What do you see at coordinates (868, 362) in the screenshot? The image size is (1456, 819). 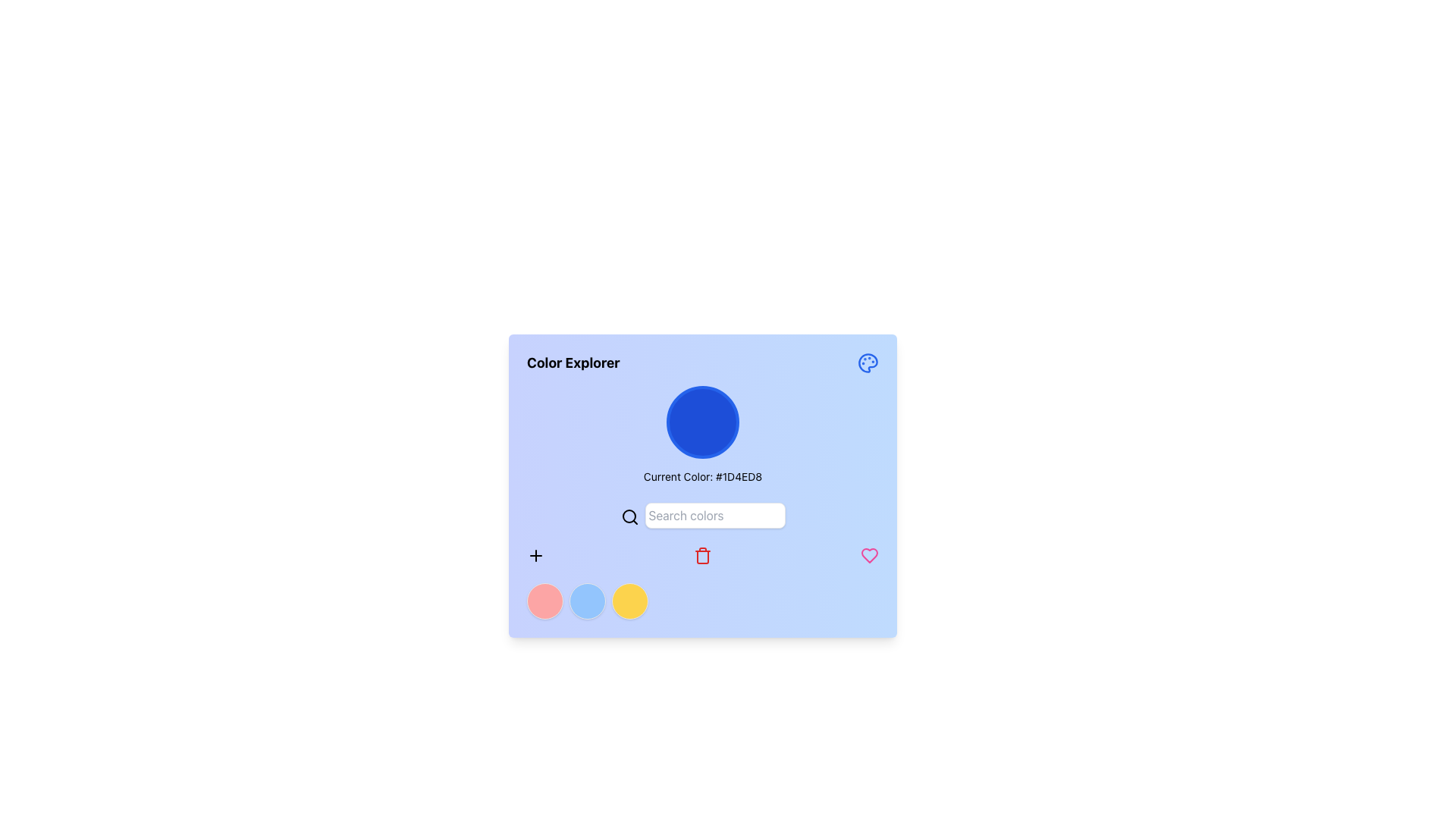 I see `the interactive icon located at the far right end of the header section inside the 'Color Explorer' pane` at bounding box center [868, 362].